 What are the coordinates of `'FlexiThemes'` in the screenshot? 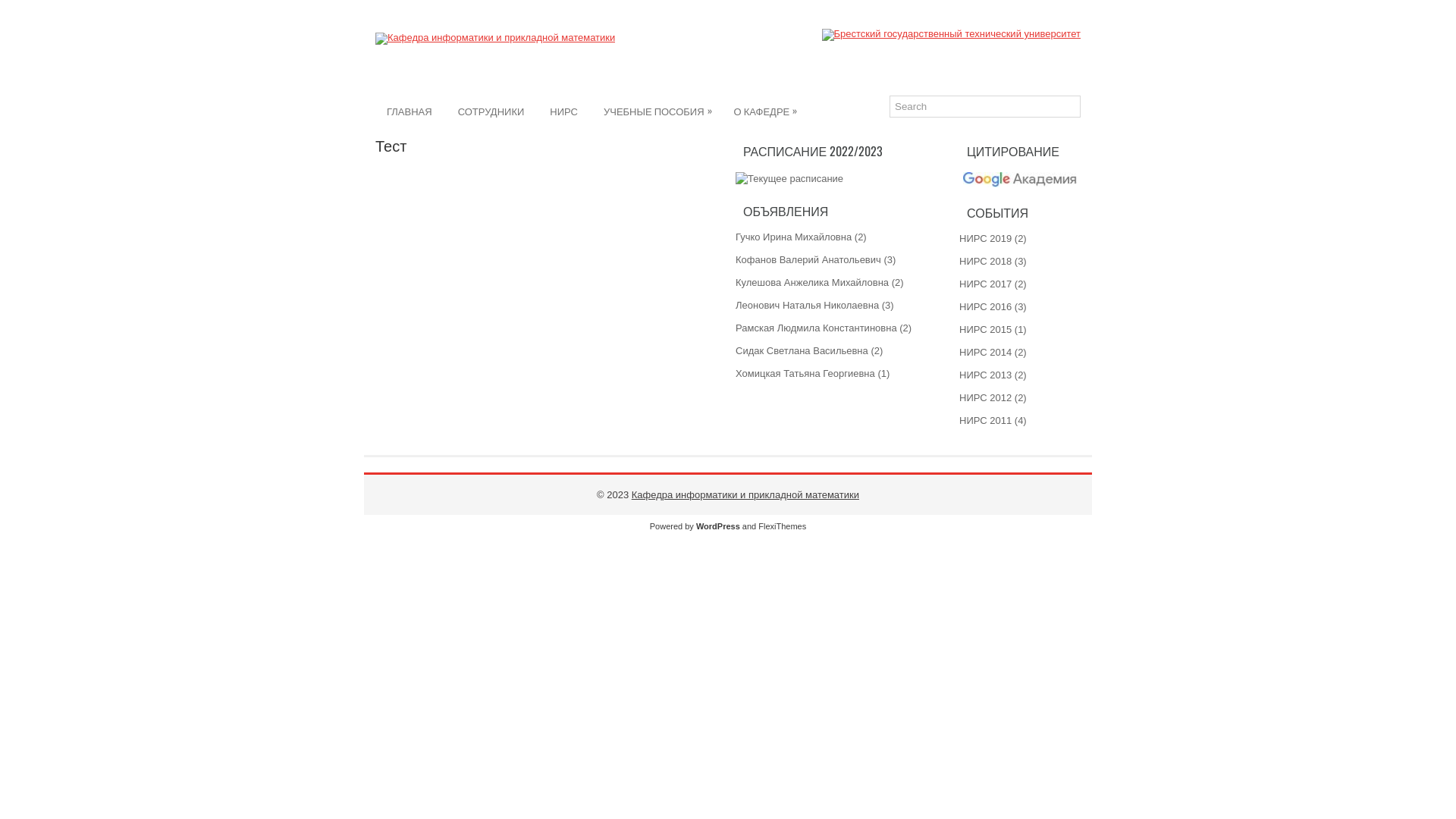 It's located at (782, 526).